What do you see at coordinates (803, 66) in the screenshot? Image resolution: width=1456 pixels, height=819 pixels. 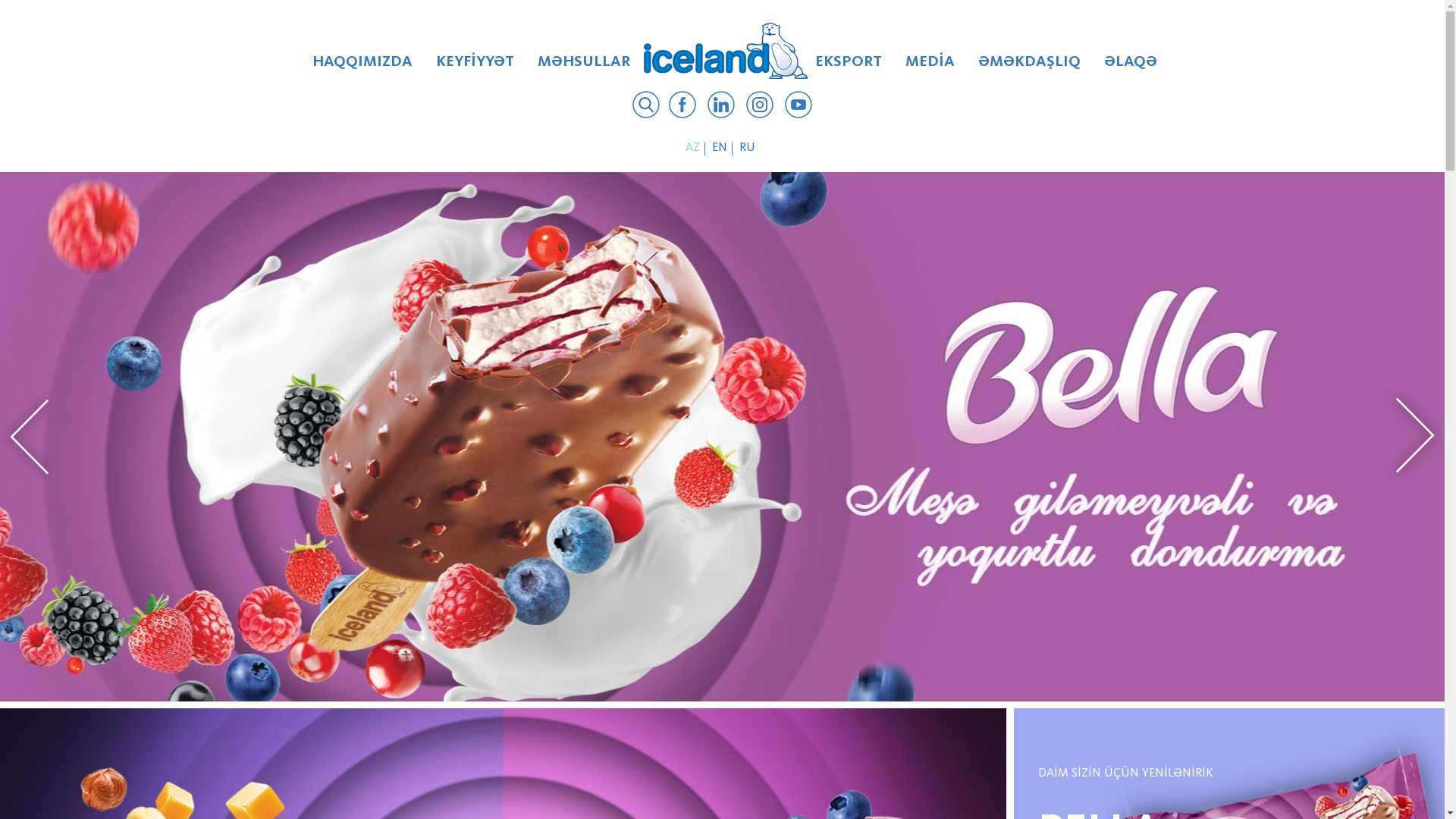 I see `'EKSPORT'` at bounding box center [803, 66].